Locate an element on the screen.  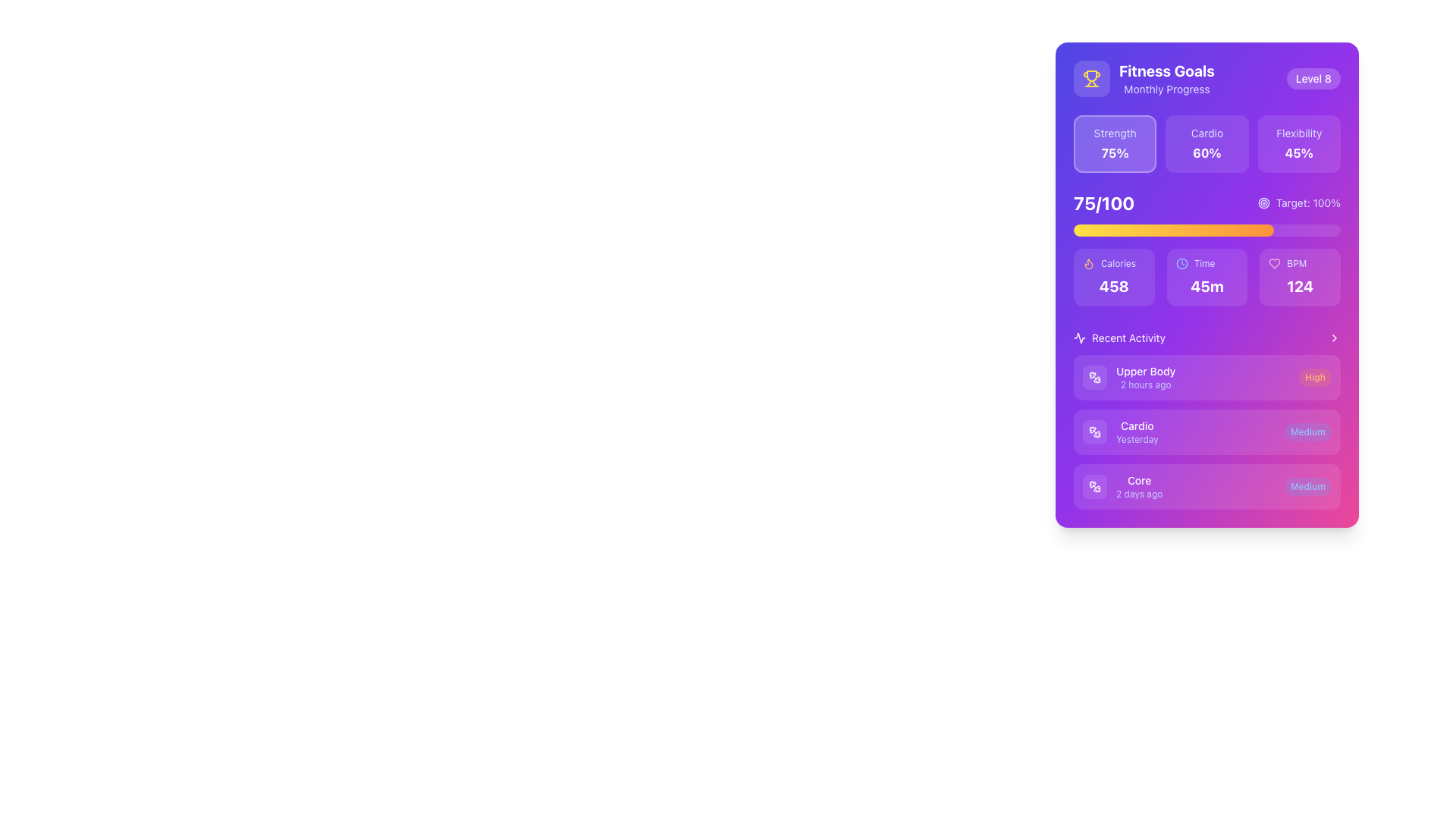
the Text Label displaying '45%' on a purple background, located in the 'Flexibility' section of the statistics area is located at coordinates (1298, 152).